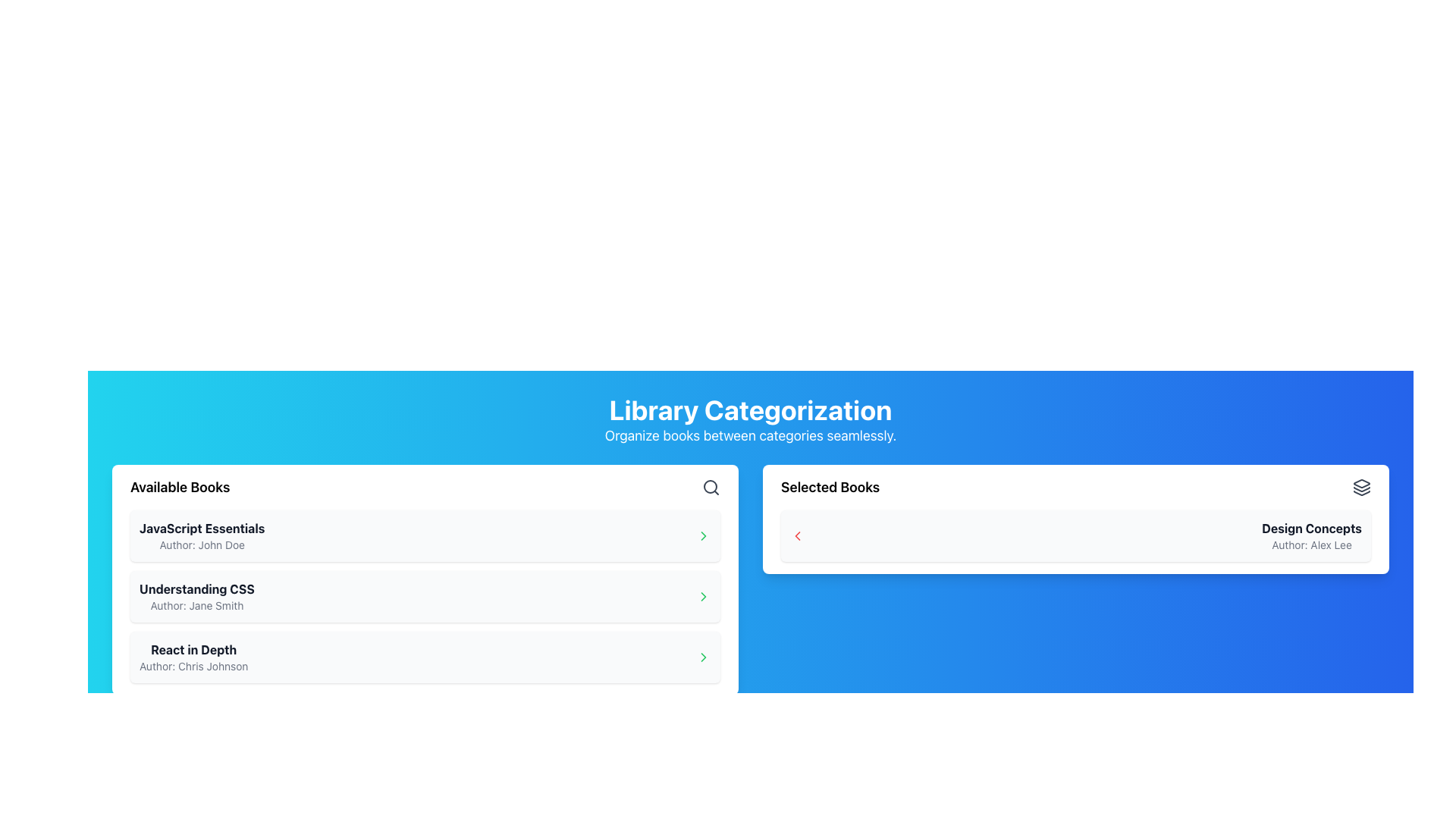 This screenshot has width=1456, height=819. What do you see at coordinates (425, 488) in the screenshot?
I see `the text within the Header with an Icon that serves as the heading and search area for the book listing` at bounding box center [425, 488].